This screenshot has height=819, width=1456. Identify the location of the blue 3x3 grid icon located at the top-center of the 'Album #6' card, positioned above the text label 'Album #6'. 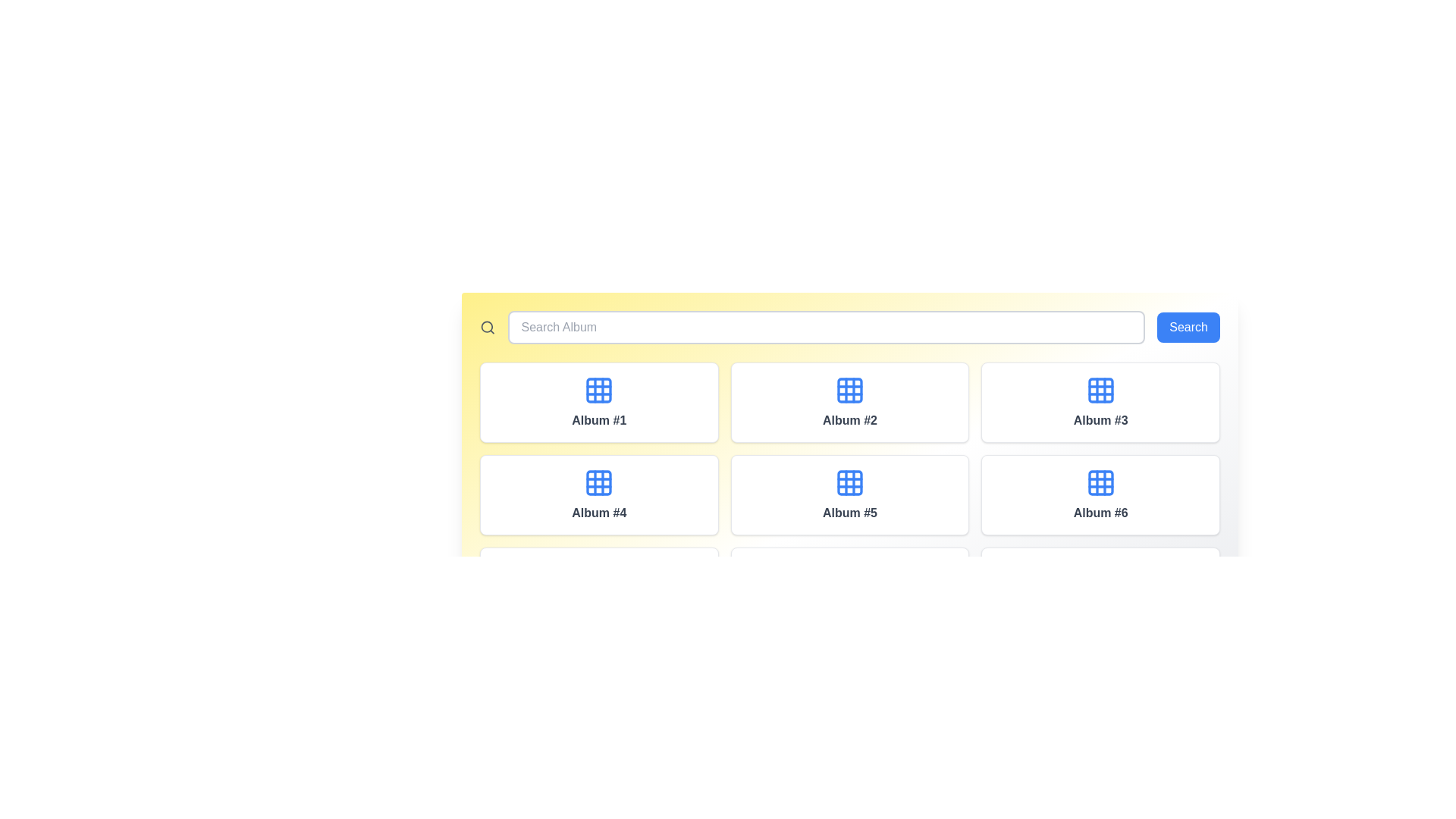
(1100, 482).